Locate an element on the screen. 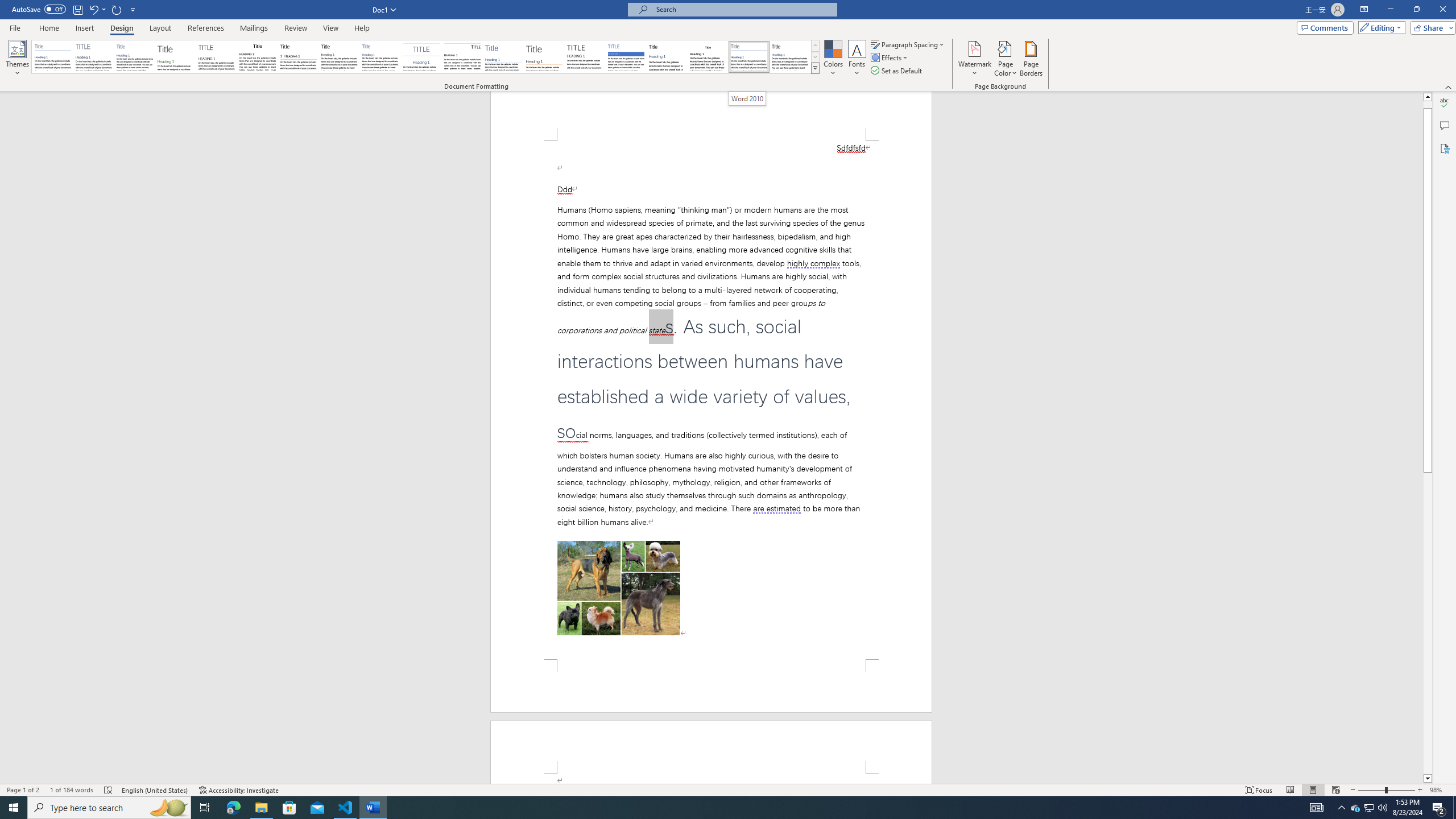 This screenshot has height=819, width=1456. 'Black & White (Capitalized)' is located at coordinates (216, 56).